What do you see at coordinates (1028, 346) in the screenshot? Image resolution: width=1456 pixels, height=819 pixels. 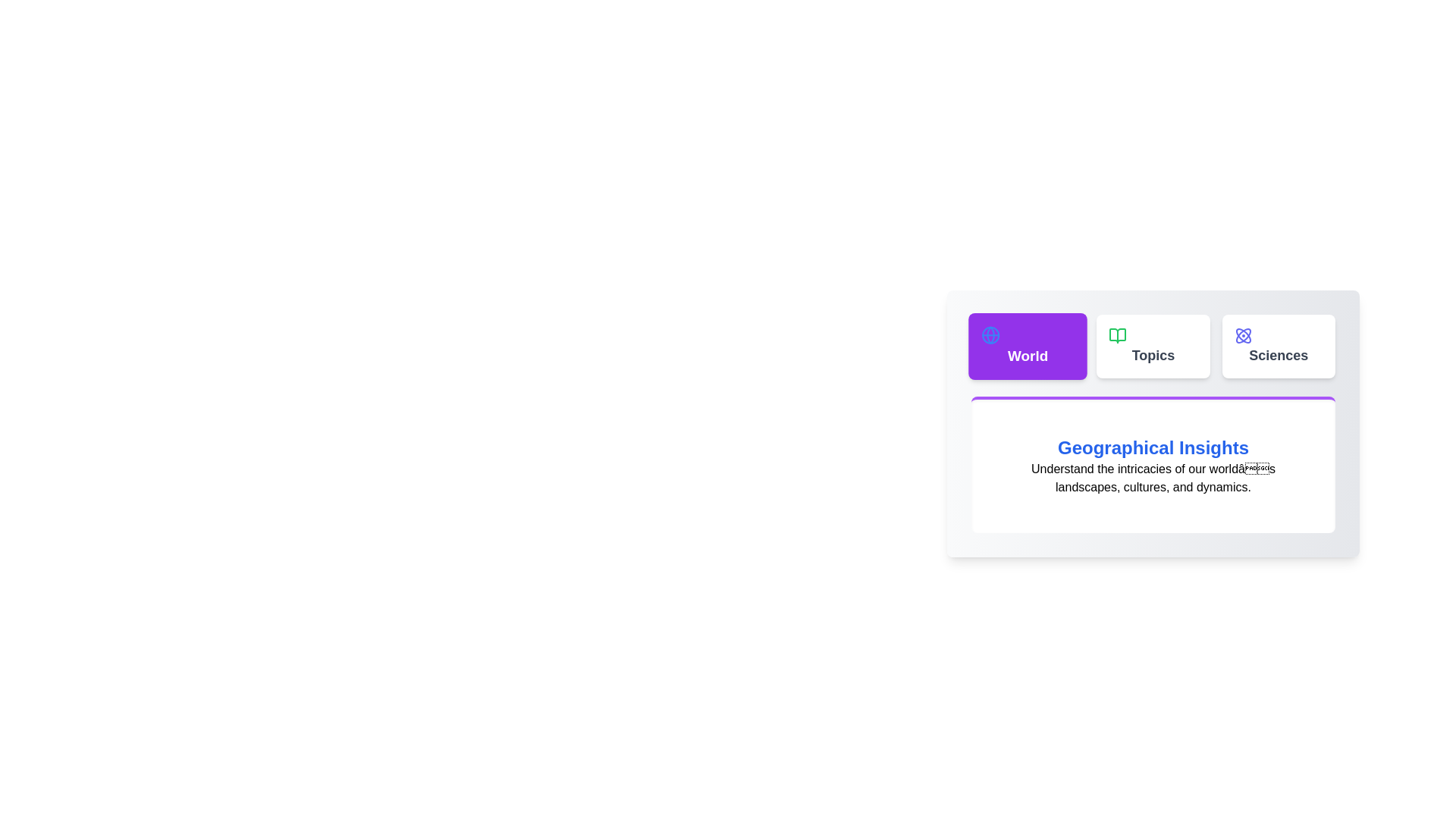 I see `the tab labeled World to switch the content displayed` at bounding box center [1028, 346].